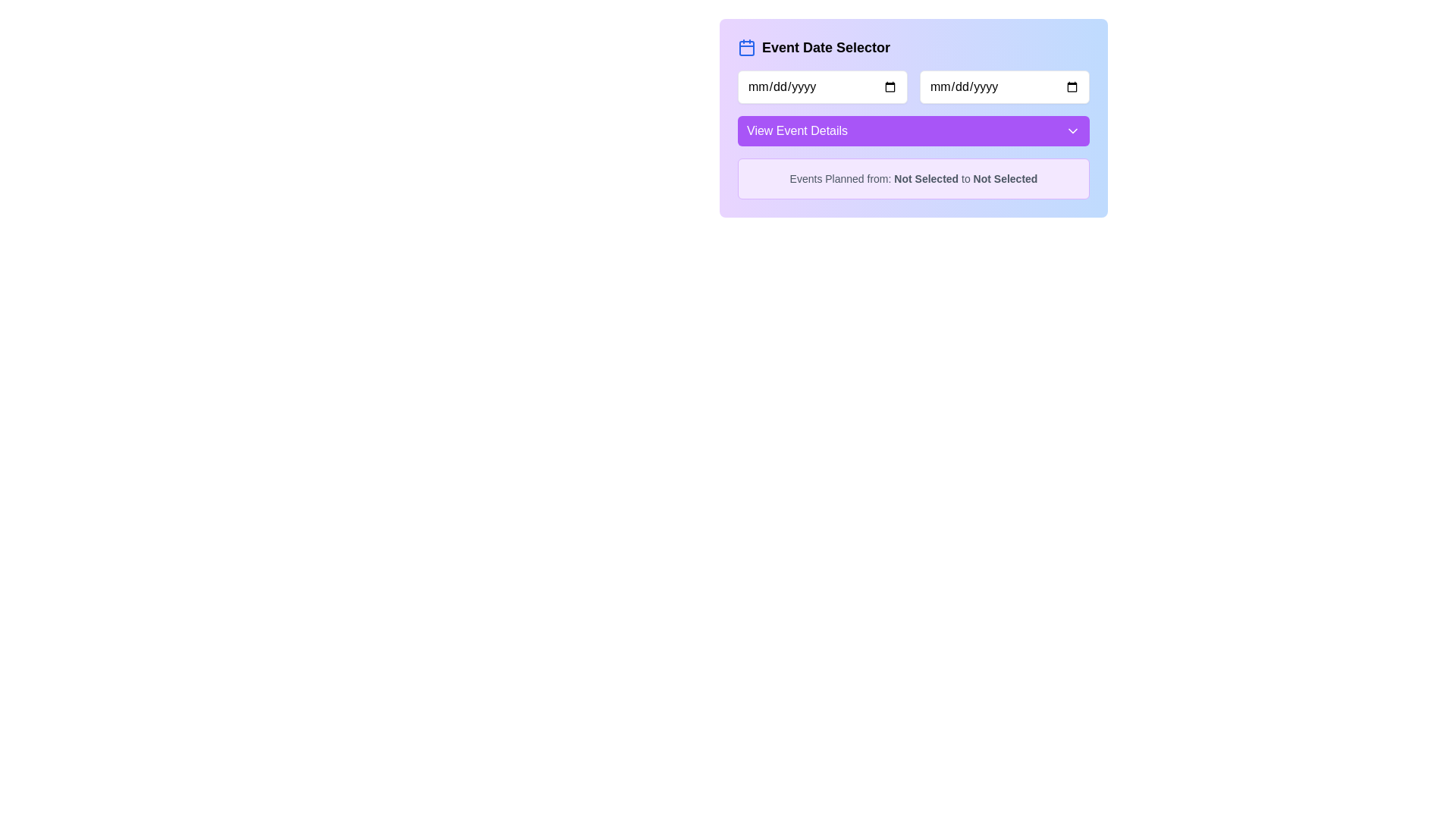 The height and width of the screenshot is (819, 1456). What do you see at coordinates (912, 117) in the screenshot?
I see `the 'View Event Details' button located within the card component under 'Event Date Selector'` at bounding box center [912, 117].